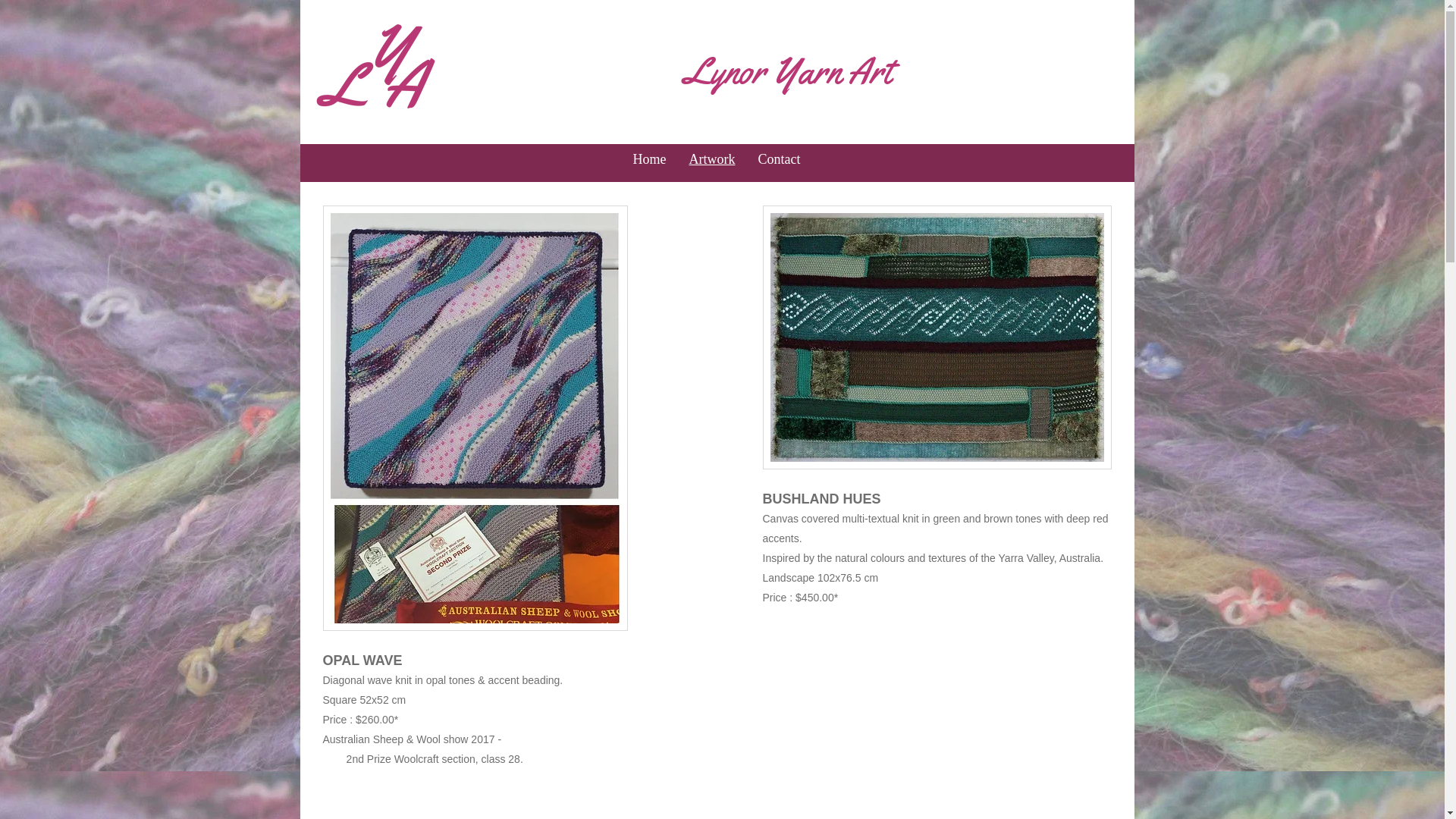 Image resolution: width=1456 pixels, height=819 pixels. I want to click on 'Home', so click(622, 158).